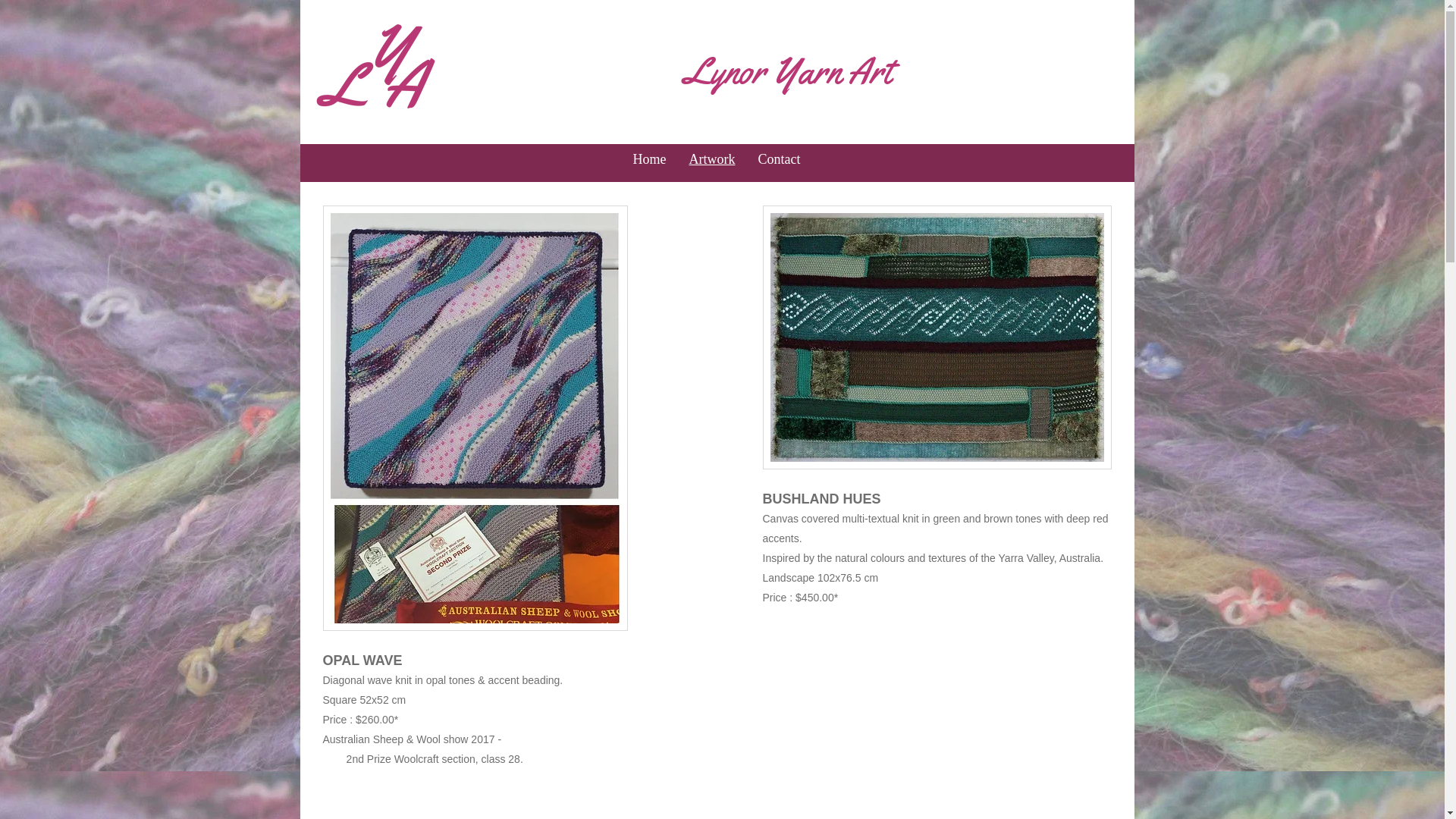 Image resolution: width=1456 pixels, height=819 pixels. I want to click on 'Home', so click(622, 158).